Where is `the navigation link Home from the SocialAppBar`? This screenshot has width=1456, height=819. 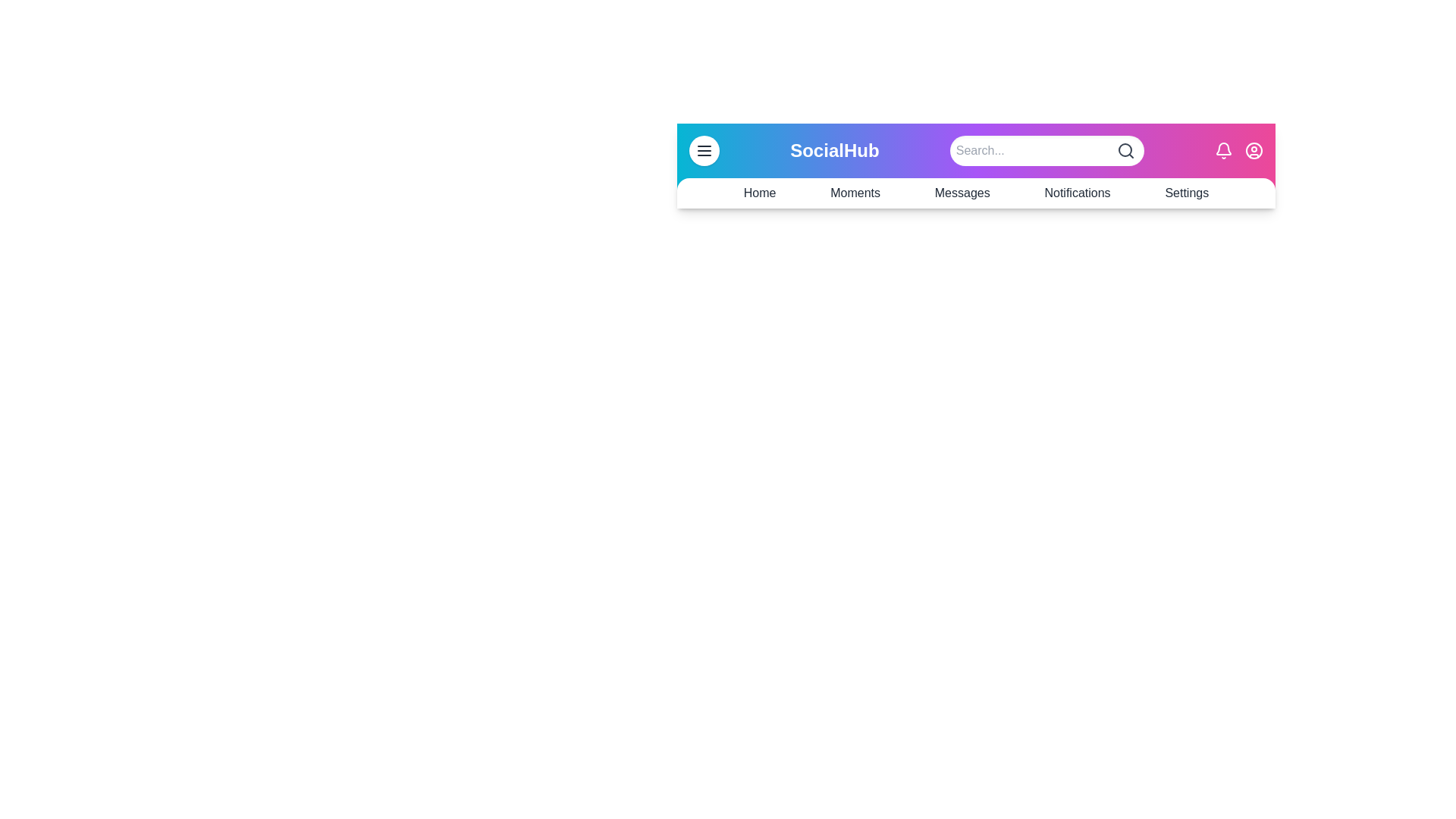
the navigation link Home from the SocialAppBar is located at coordinates (760, 192).